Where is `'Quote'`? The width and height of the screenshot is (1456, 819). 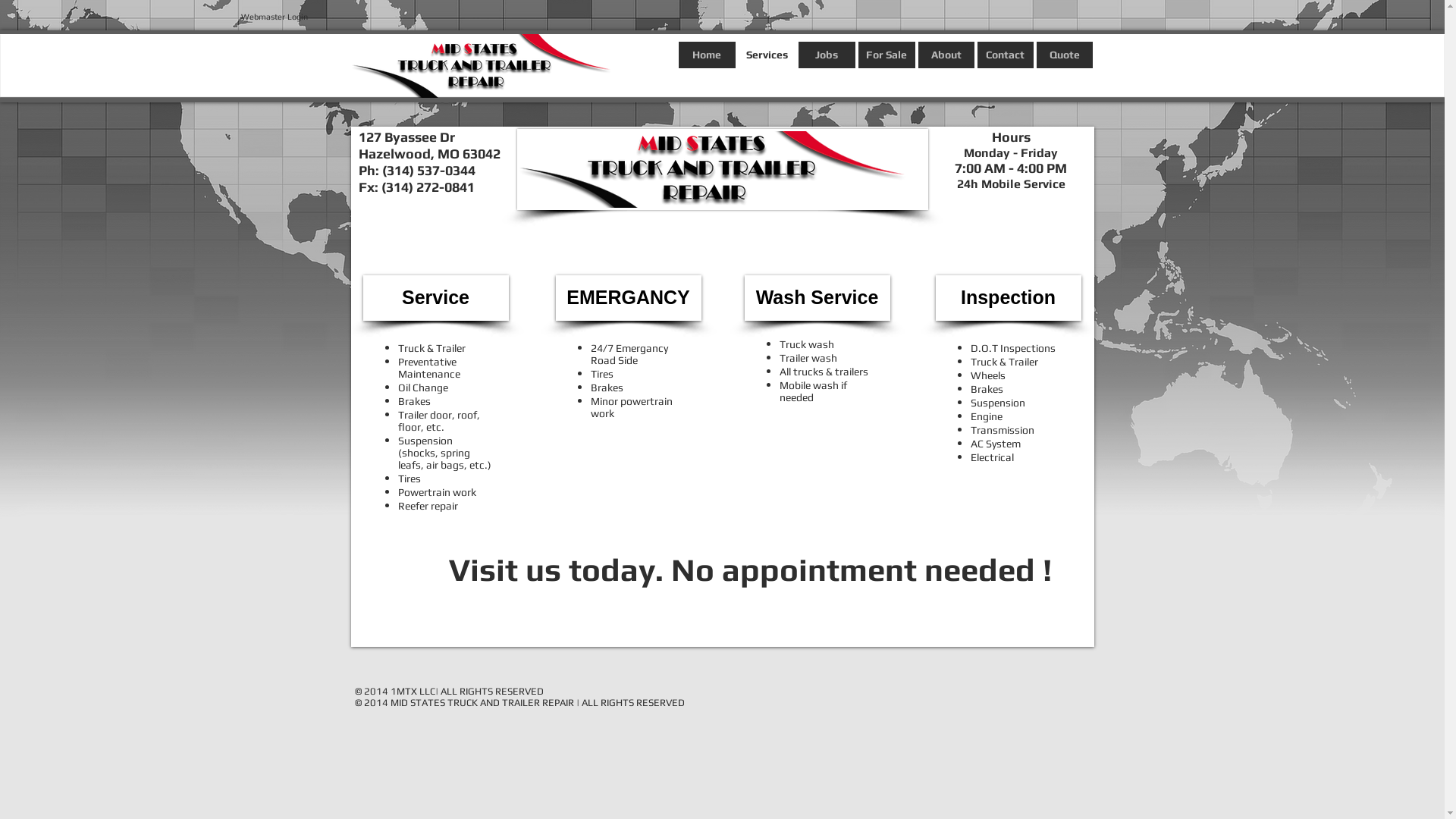 'Quote' is located at coordinates (1062, 54).